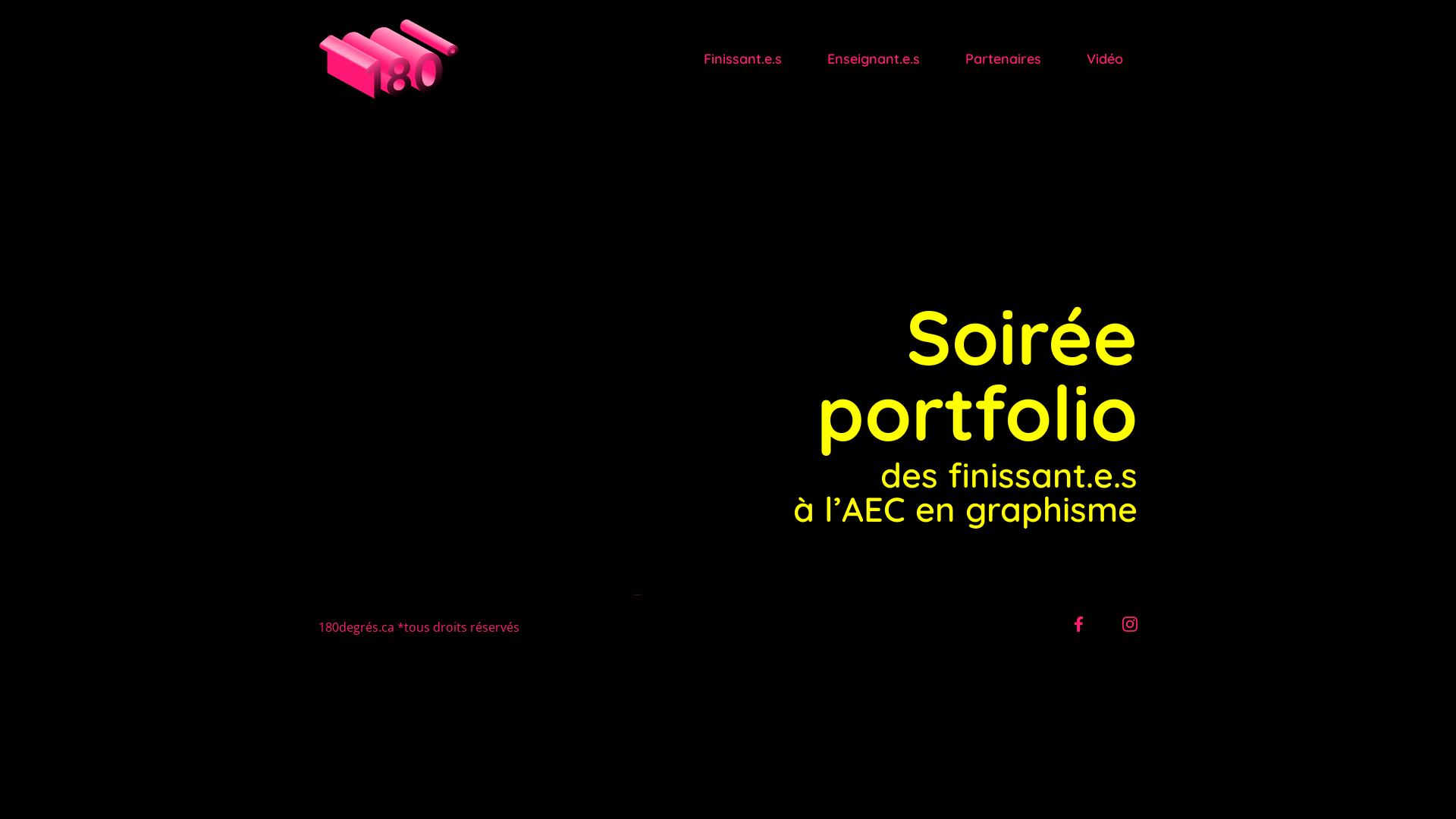 The height and width of the screenshot is (819, 1456). I want to click on 'Finissant.e.s', so click(742, 58).